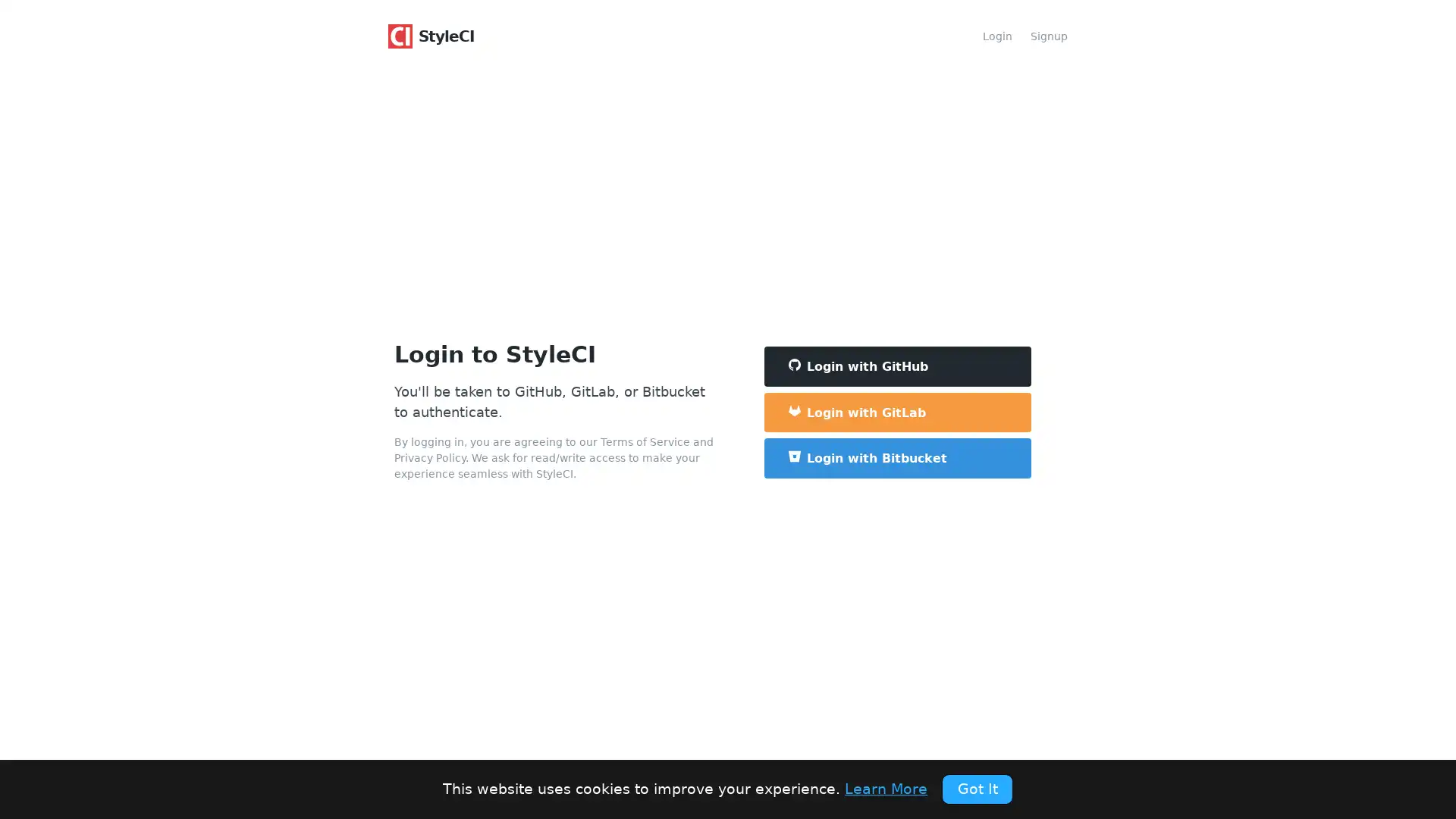 This screenshot has width=1456, height=819. Describe the element at coordinates (977, 788) in the screenshot. I see `Got It` at that location.